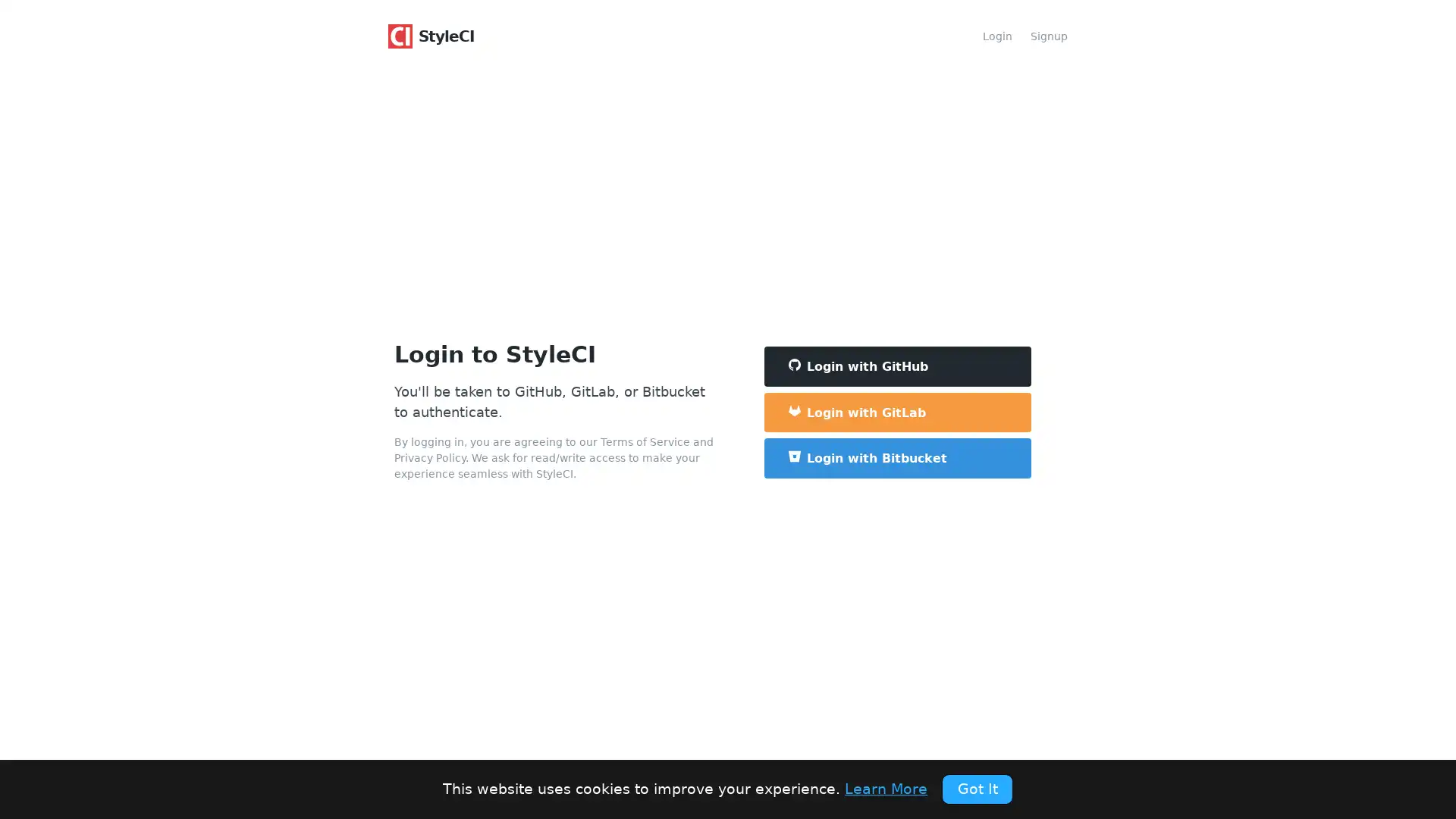 This screenshot has width=1456, height=819. Describe the element at coordinates (977, 788) in the screenshot. I see `Got It` at that location.